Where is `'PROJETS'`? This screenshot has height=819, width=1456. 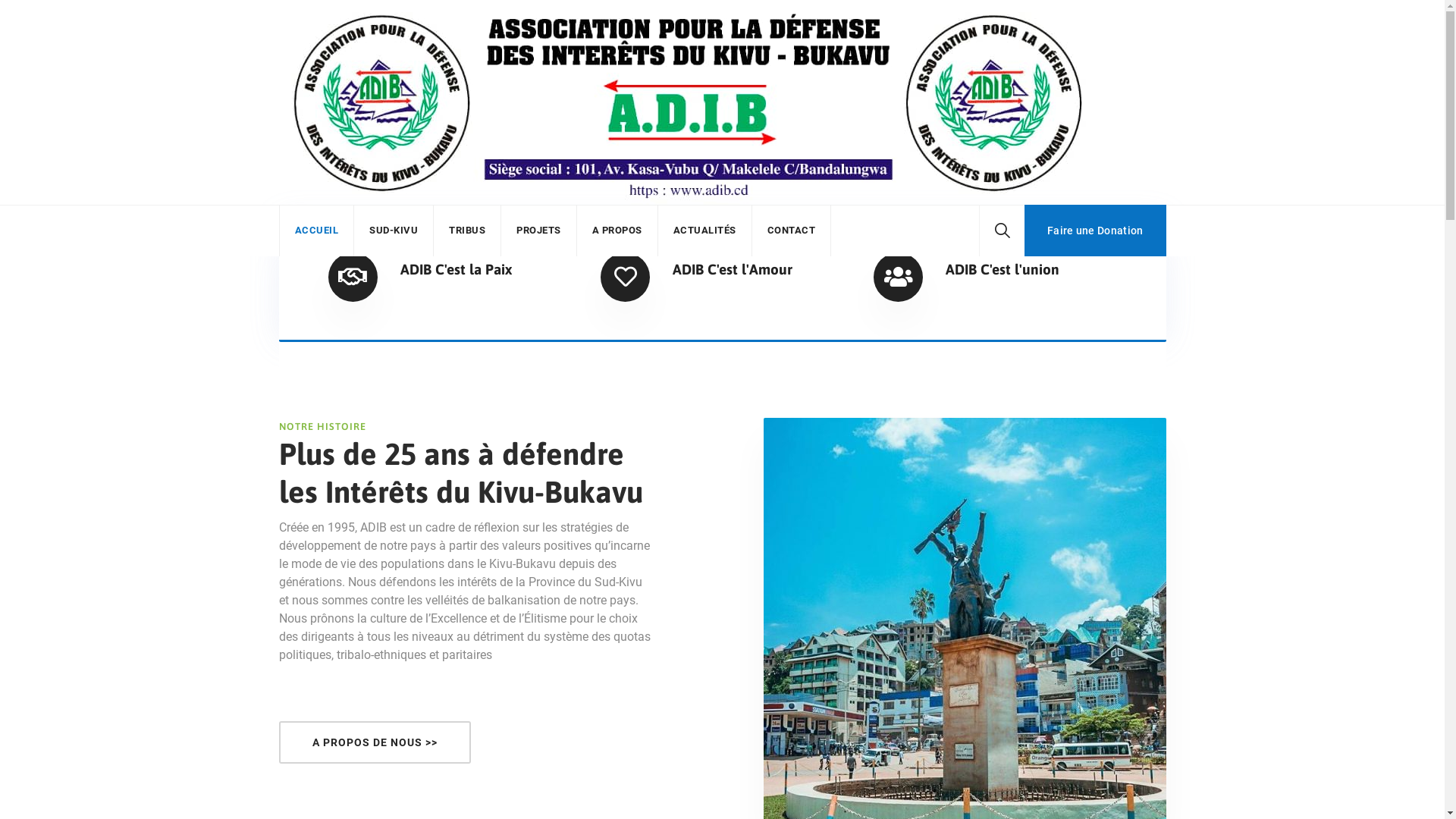
'PROJETS' is located at coordinates (538, 231).